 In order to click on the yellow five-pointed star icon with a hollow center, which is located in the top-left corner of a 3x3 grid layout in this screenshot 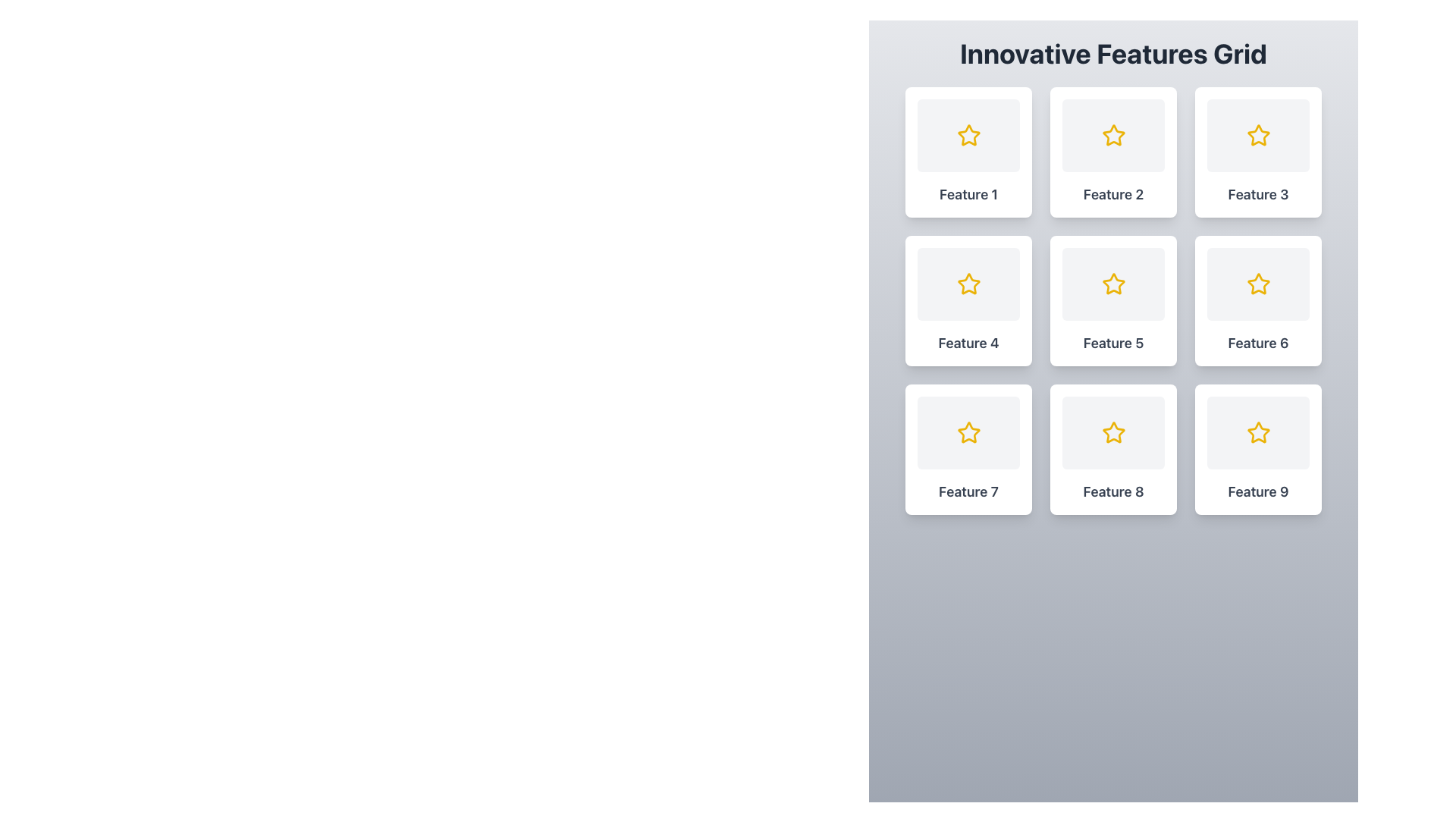, I will do `click(968, 134)`.